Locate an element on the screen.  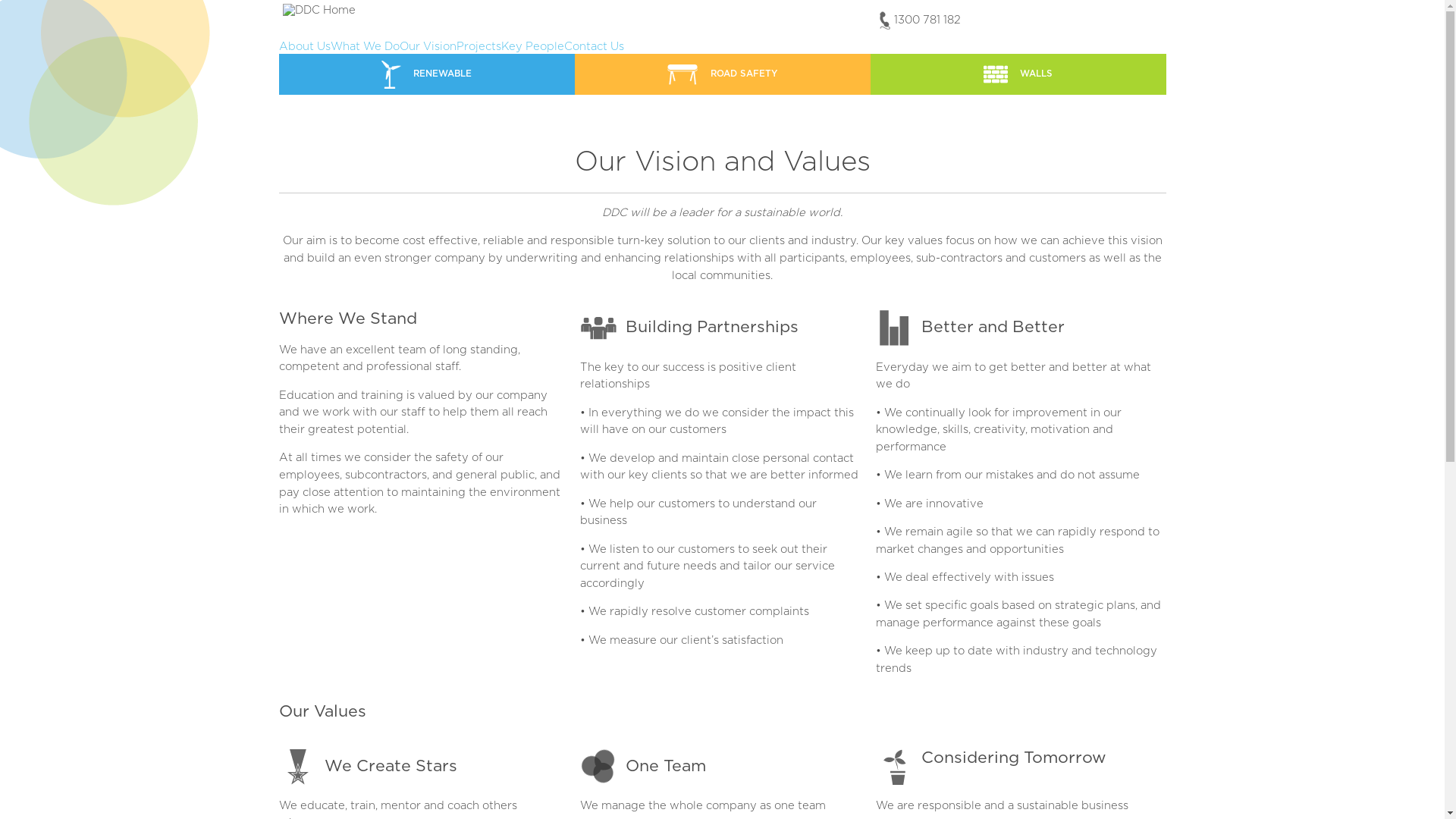
'   WALLS' is located at coordinates (1018, 74).